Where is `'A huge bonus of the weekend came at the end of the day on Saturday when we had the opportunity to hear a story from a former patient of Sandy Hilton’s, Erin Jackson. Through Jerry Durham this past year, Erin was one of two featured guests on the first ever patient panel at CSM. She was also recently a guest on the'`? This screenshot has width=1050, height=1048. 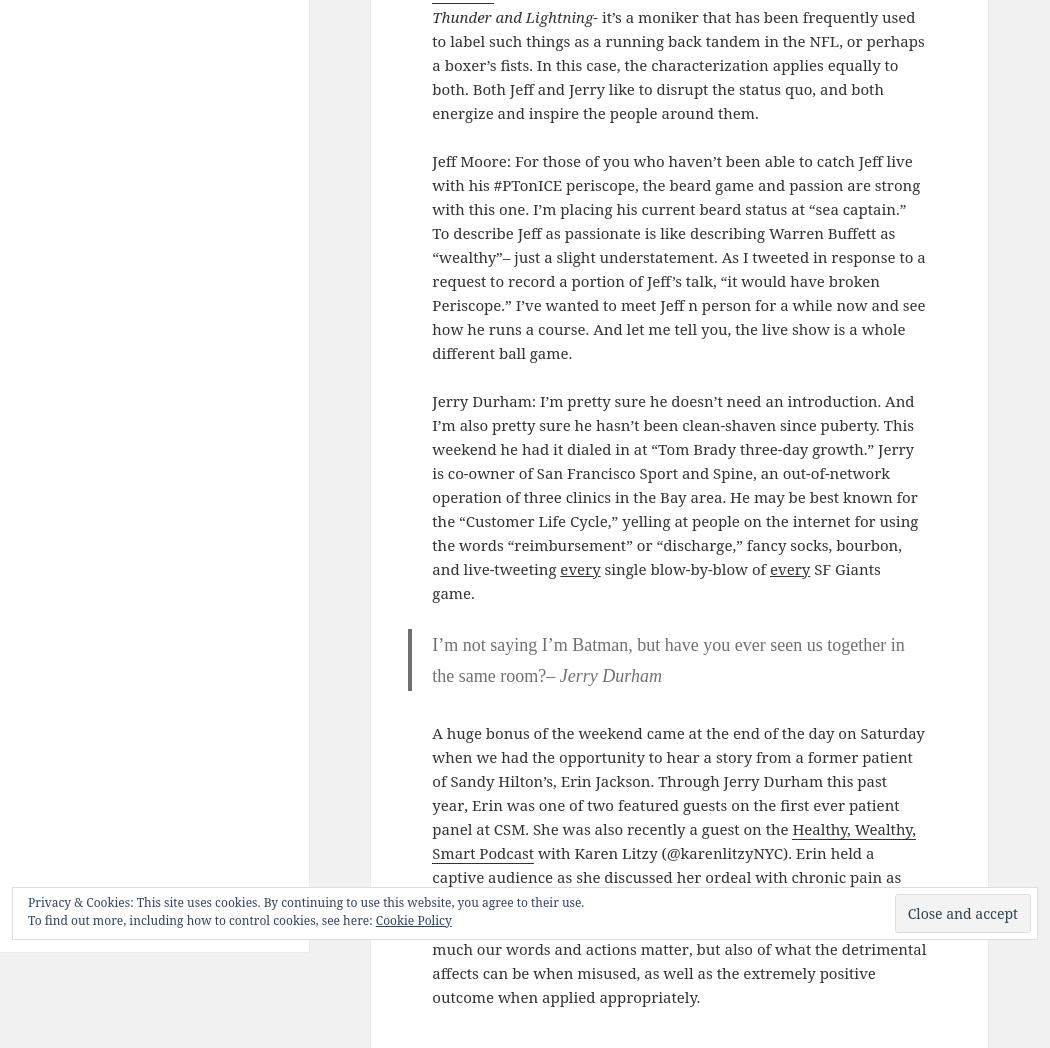
'A huge bonus of the weekend came at the end of the day on Saturday when we had the opportunity to hear a story from a former patient of Sandy Hilton’s, Erin Jackson. Through Jerry Durham this past year, Erin was one of two featured guests on the first ever patient panel at CSM. She was also recently a guest on the' is located at coordinates (430, 780).